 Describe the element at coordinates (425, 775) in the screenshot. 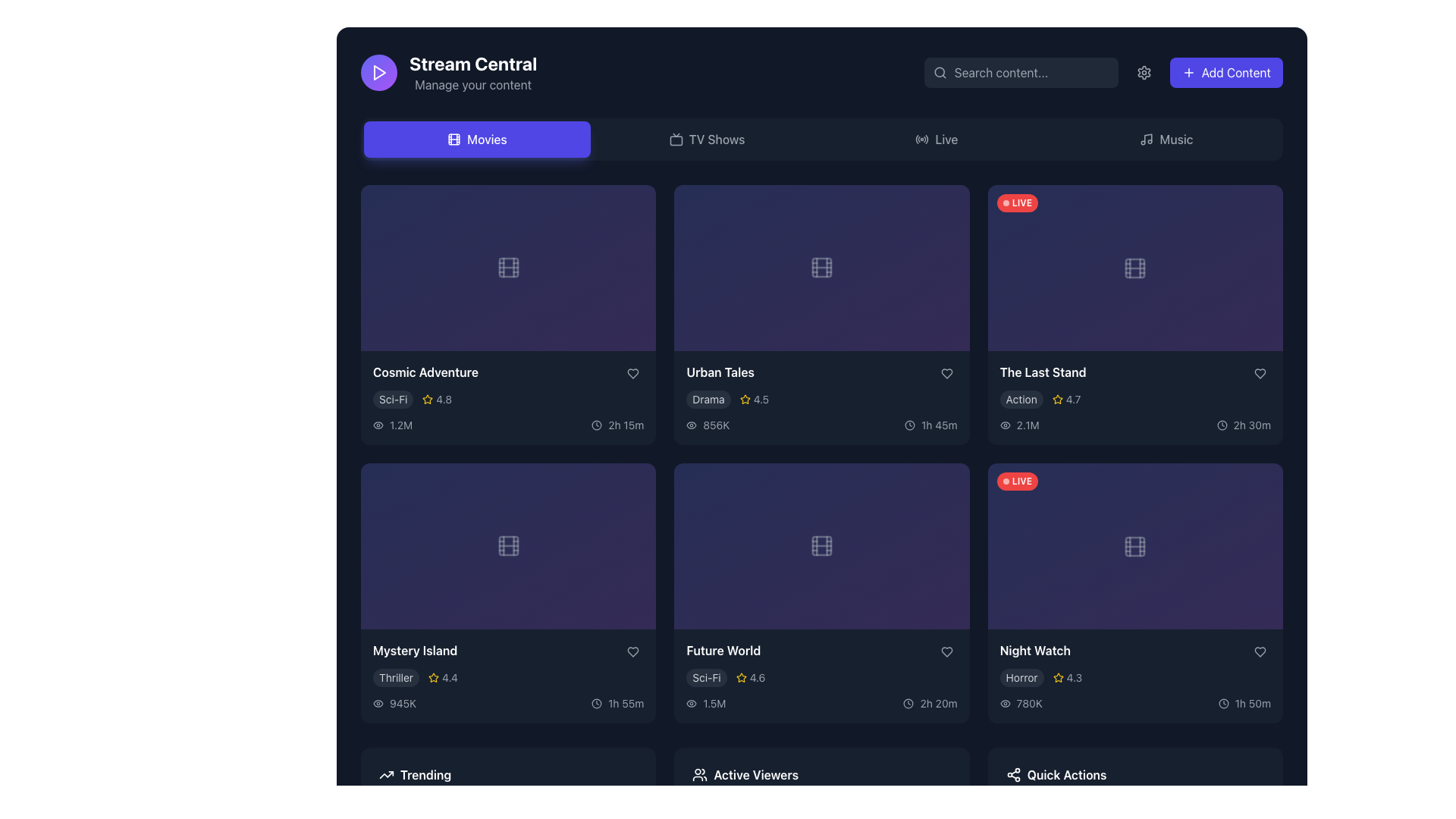

I see `the 'Trending' text label, which categorizes a section indicating its popularity, located at the bottom-left corner of the interface` at that location.